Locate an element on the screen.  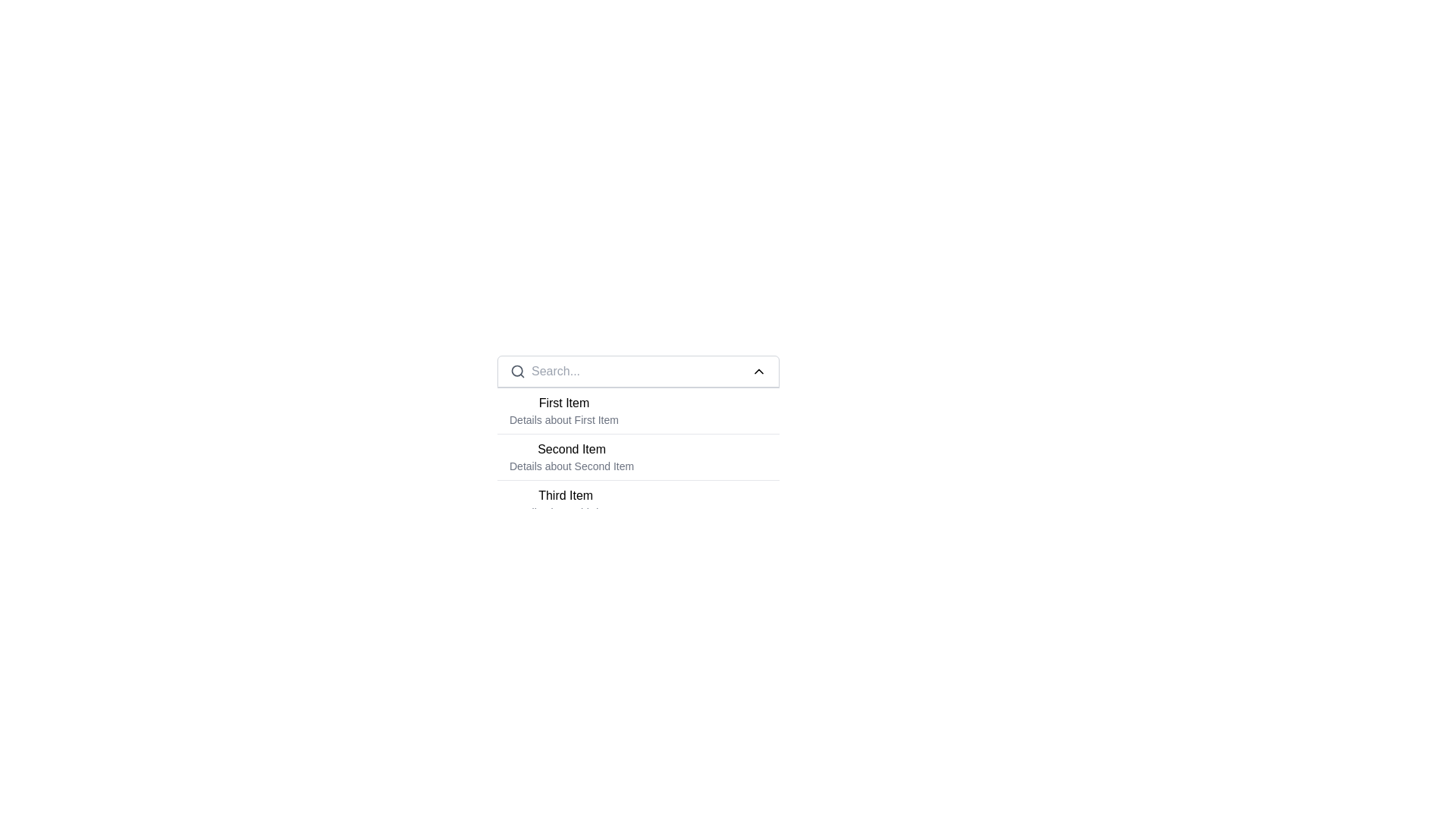
the first list item that shows detailed information about 'First Item' is located at coordinates (638, 411).